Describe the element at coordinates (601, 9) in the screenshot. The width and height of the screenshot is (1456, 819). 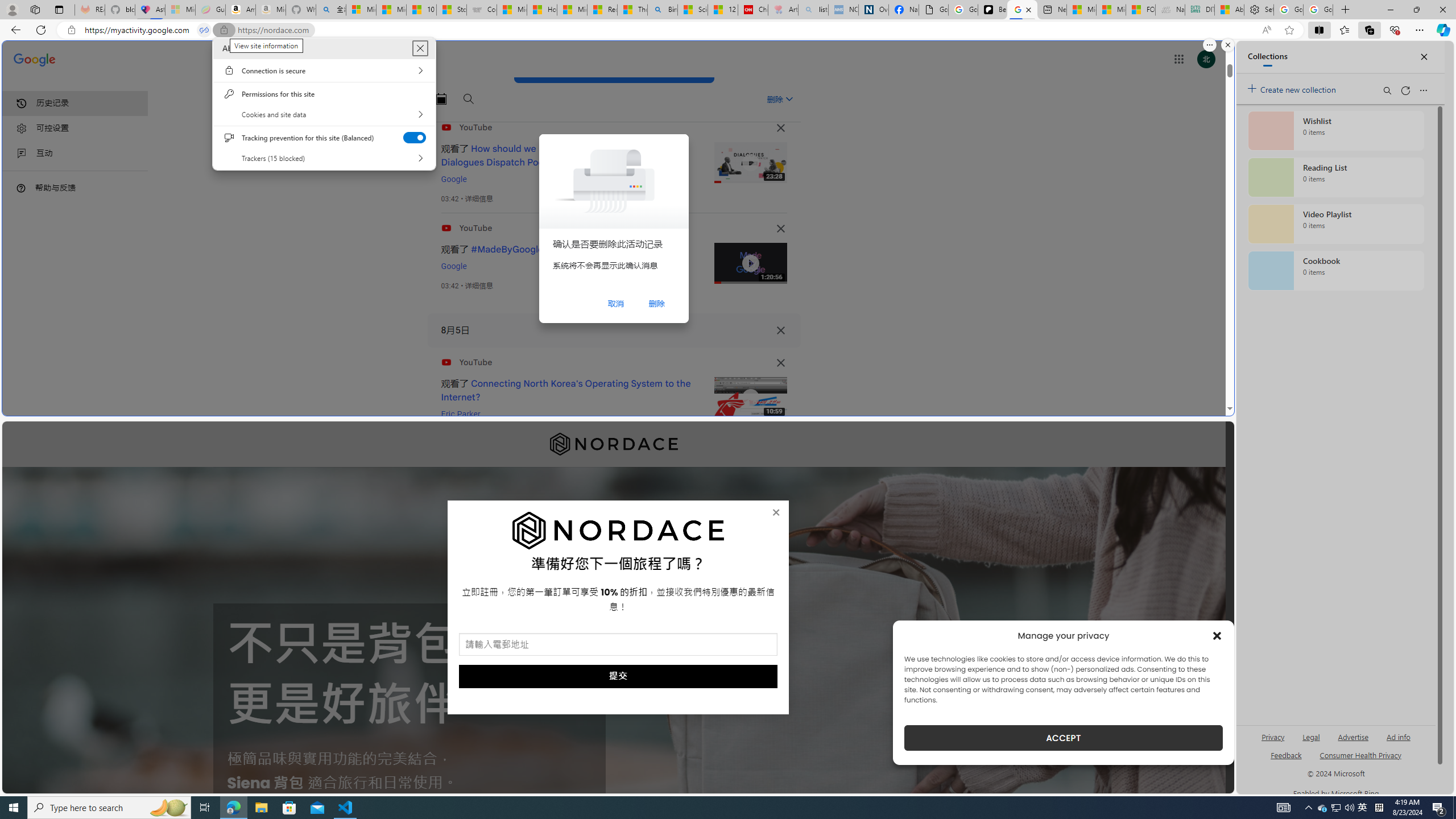
I see `'Recipes - MSN'` at that location.